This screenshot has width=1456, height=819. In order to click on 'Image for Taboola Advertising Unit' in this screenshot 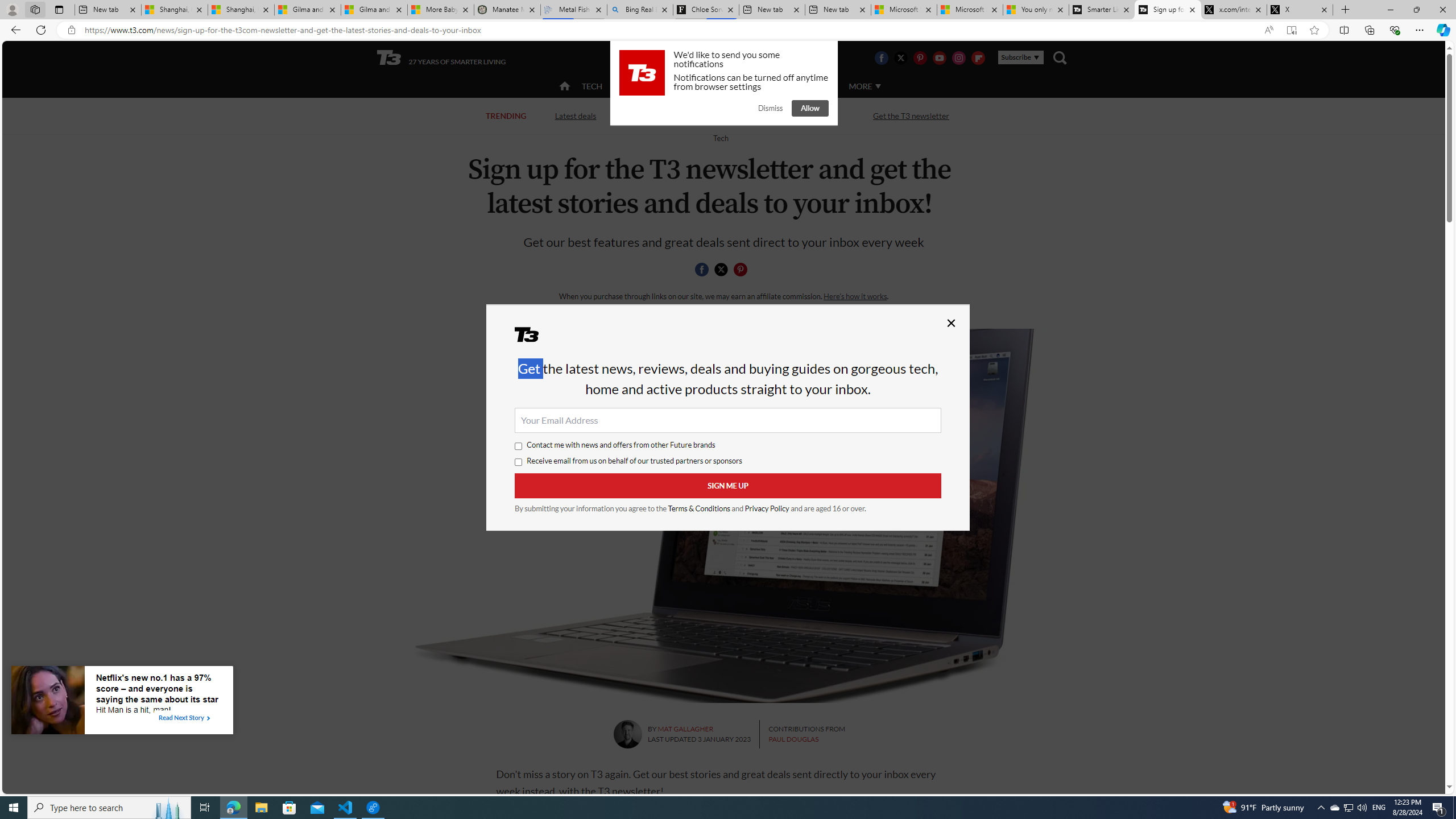, I will do `click(47, 702)`.